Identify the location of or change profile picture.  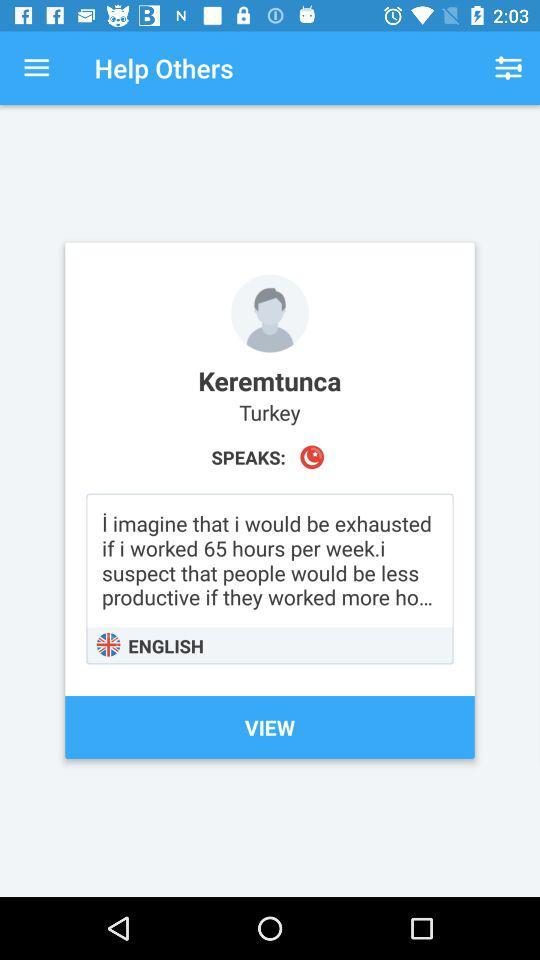
(270, 313).